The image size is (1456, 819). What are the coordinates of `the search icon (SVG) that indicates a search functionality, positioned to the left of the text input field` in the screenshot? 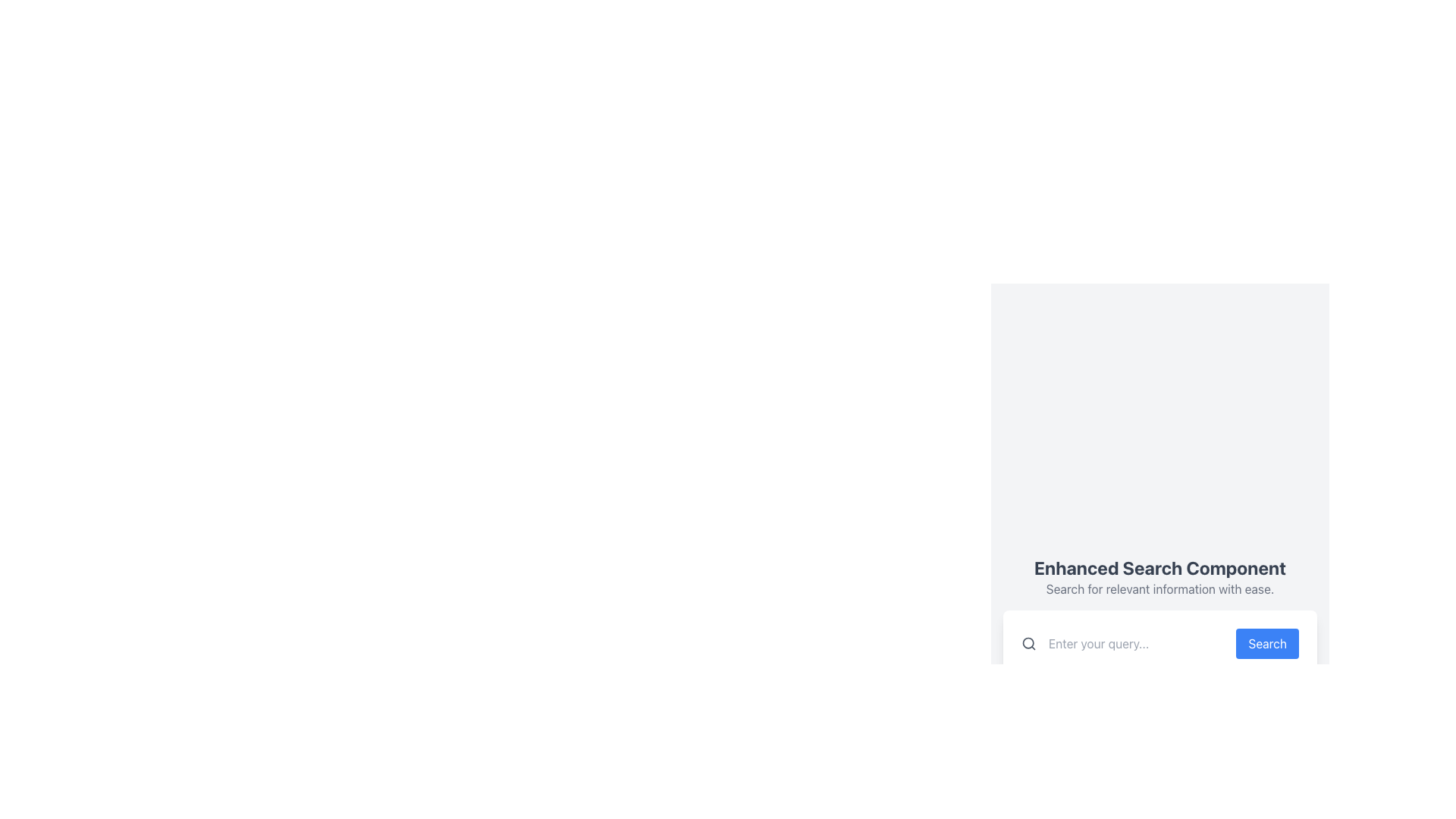 It's located at (1029, 643).